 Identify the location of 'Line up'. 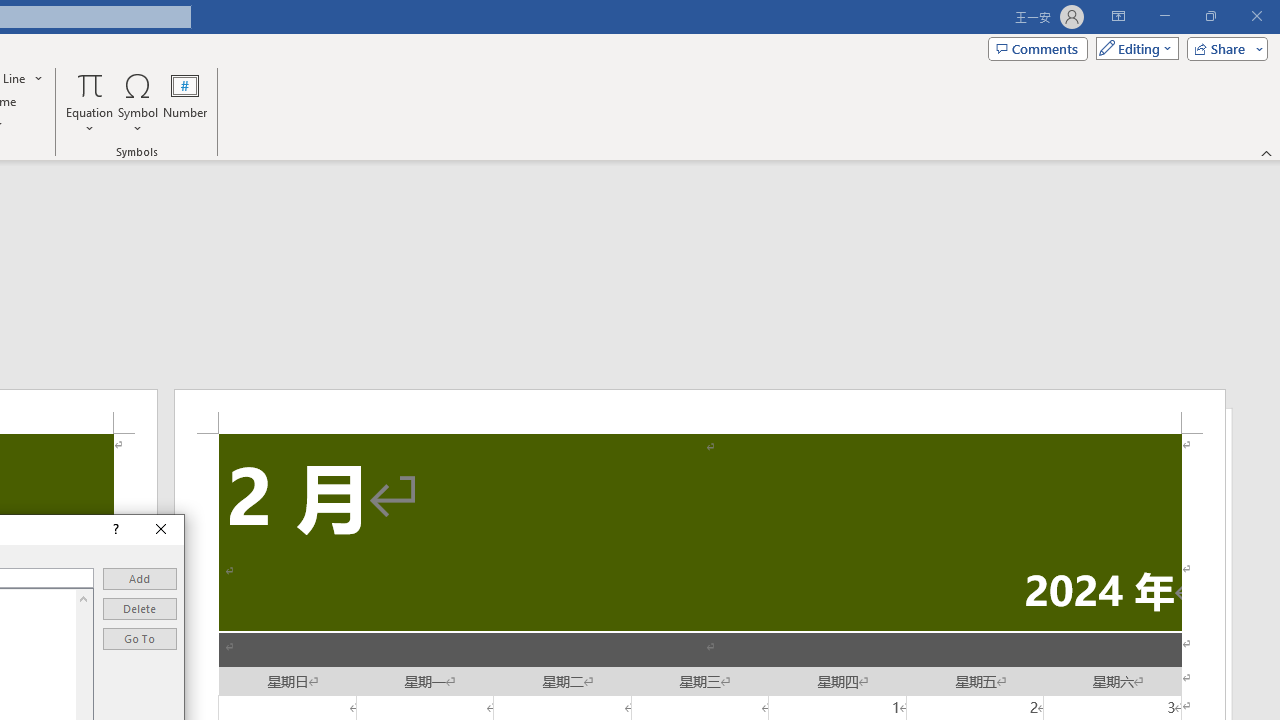
(82, 597).